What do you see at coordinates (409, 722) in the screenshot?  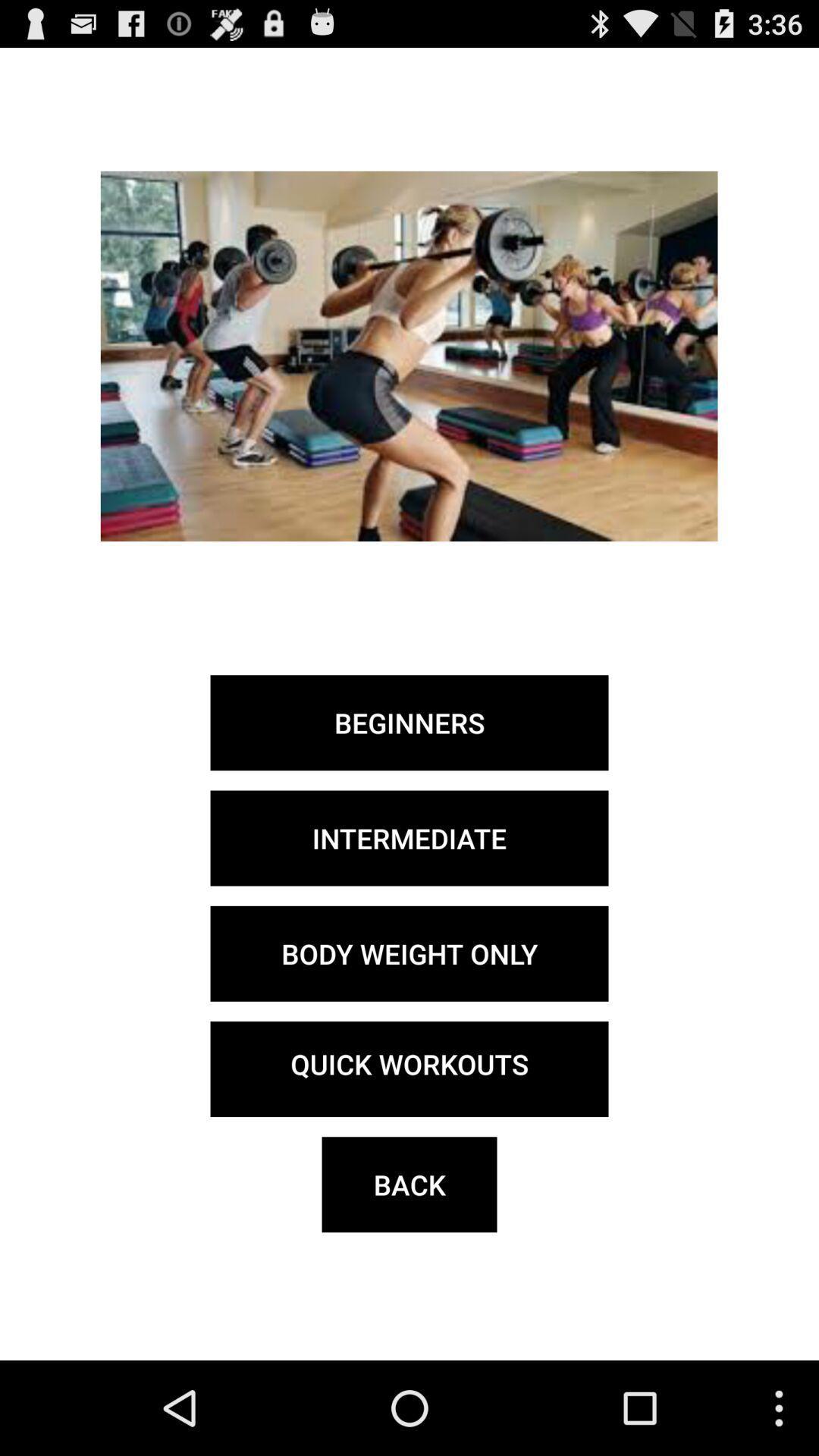 I see `icon above intermediate button` at bounding box center [409, 722].